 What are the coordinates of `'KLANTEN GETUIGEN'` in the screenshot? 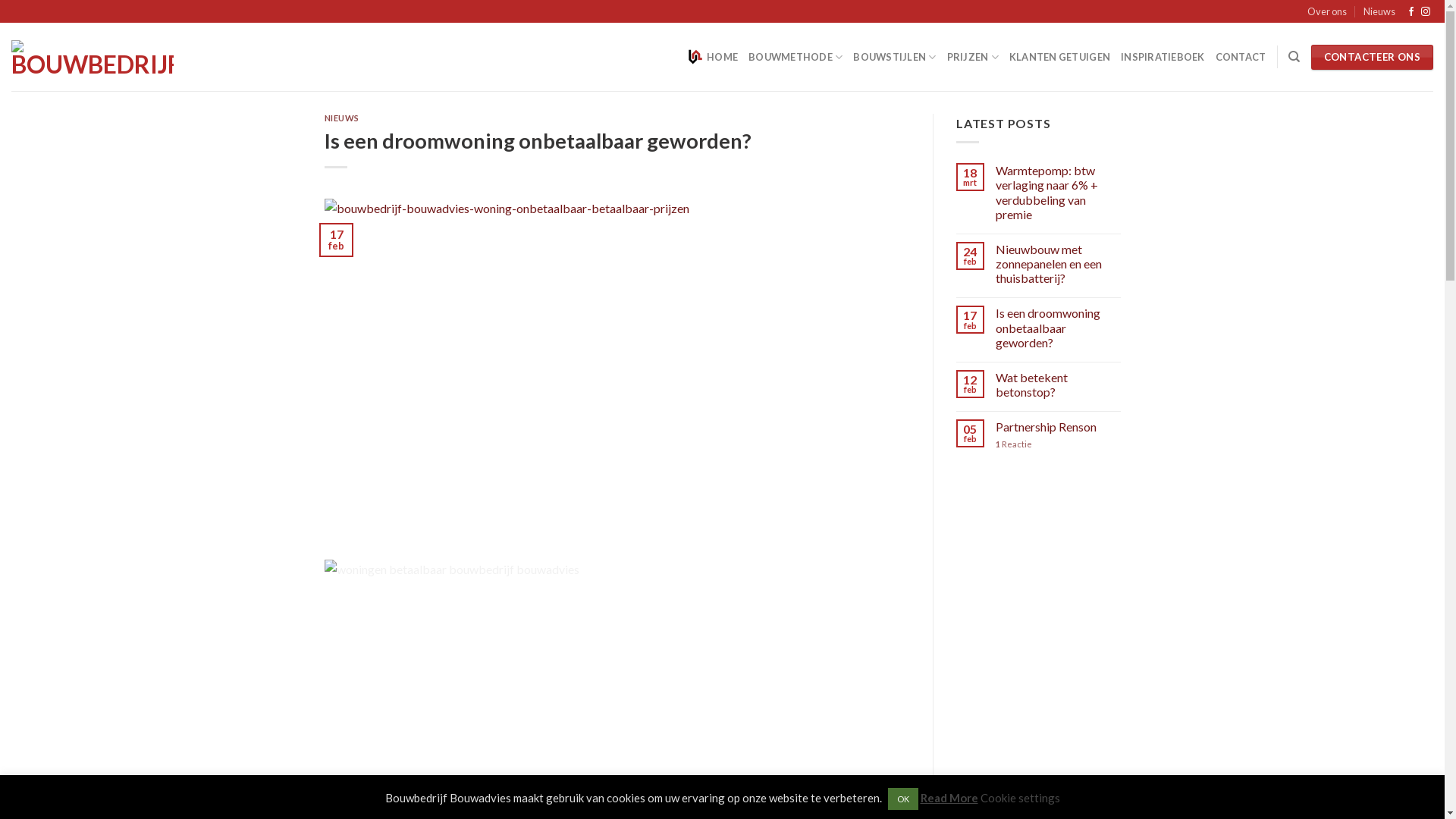 It's located at (1059, 55).